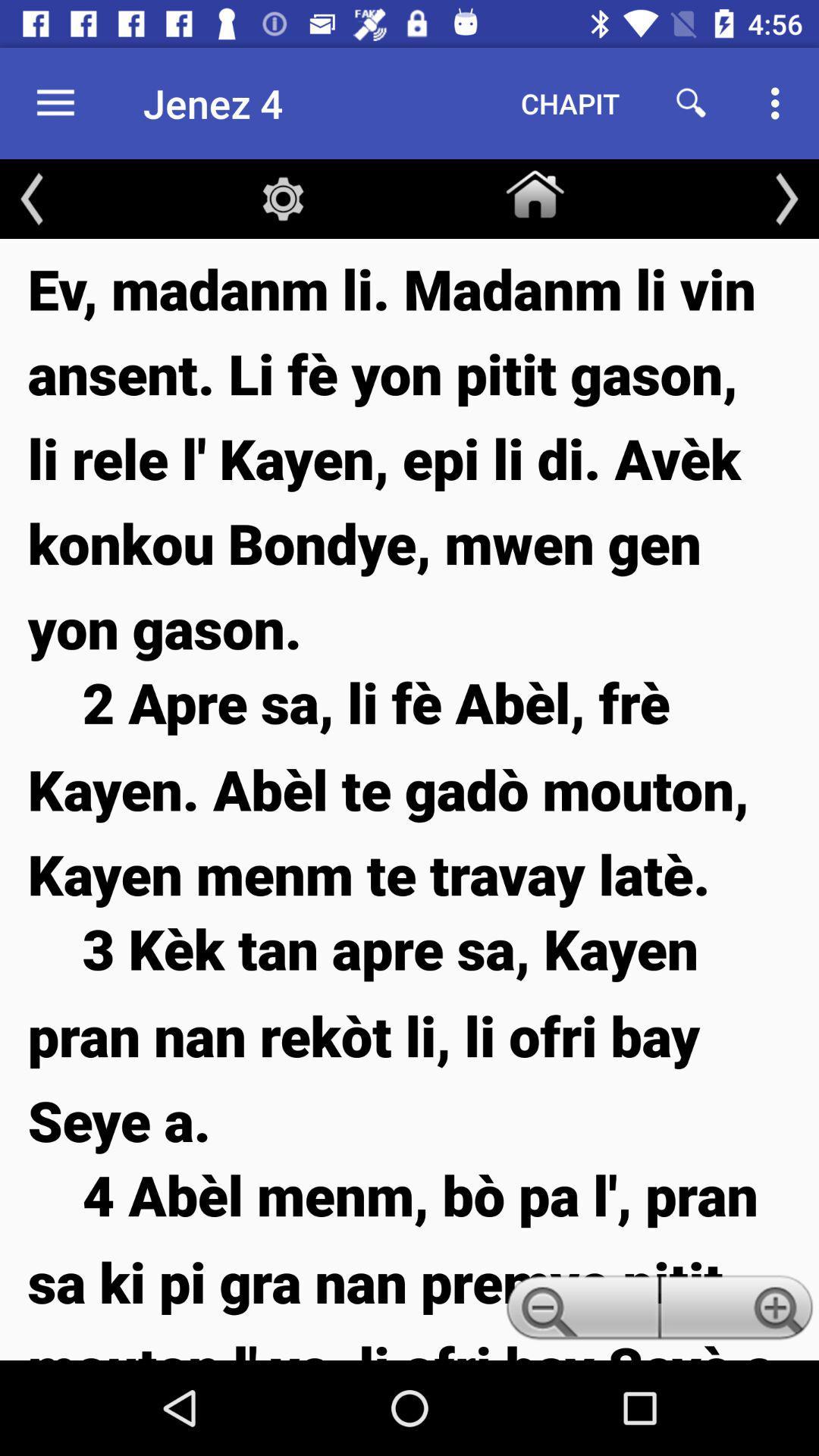 This screenshot has height=1456, width=819. Describe the element at coordinates (55, 102) in the screenshot. I see `item to the left of the jenez 4 icon` at that location.